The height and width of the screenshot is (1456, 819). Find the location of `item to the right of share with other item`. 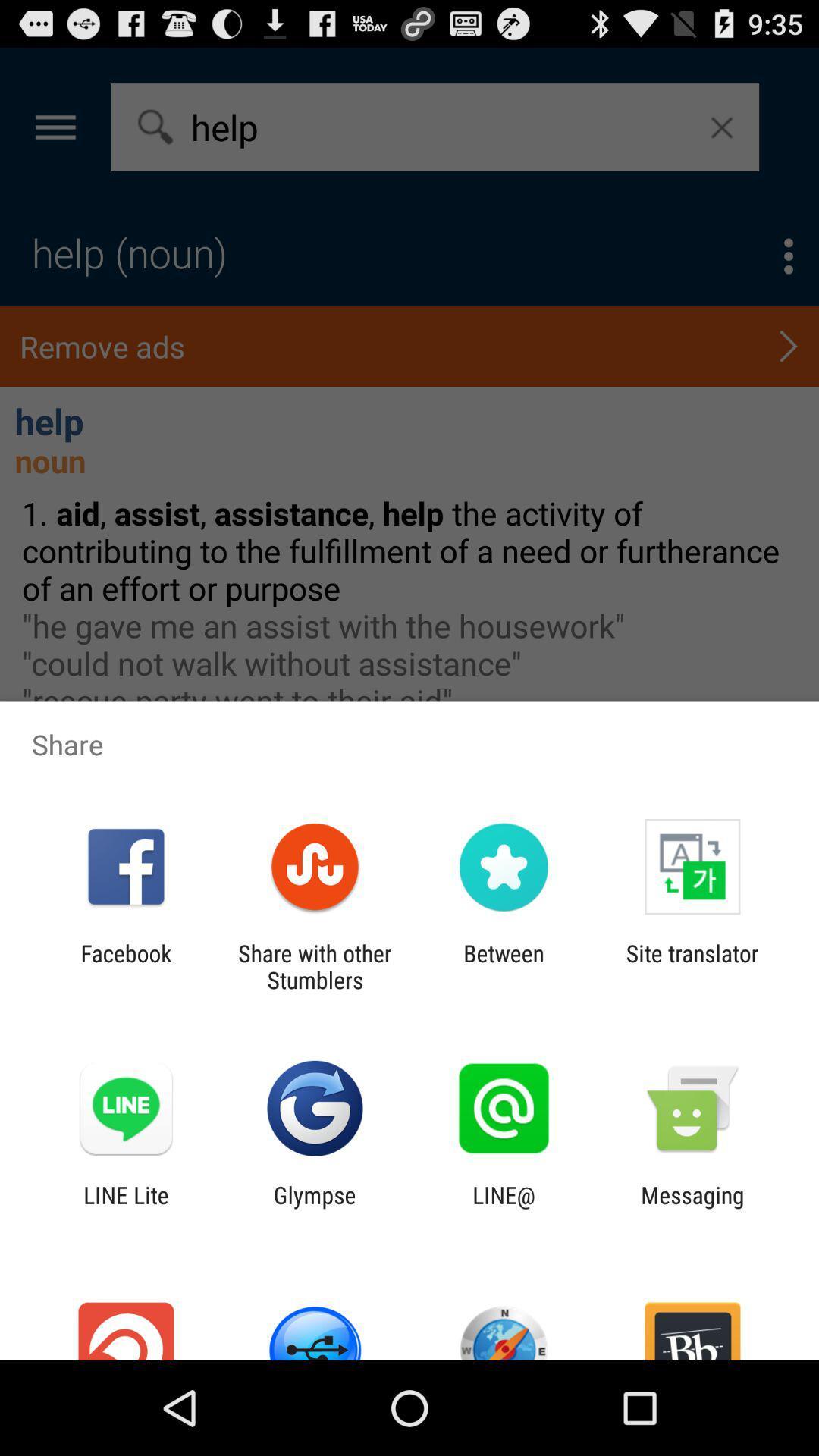

item to the right of share with other item is located at coordinates (504, 966).